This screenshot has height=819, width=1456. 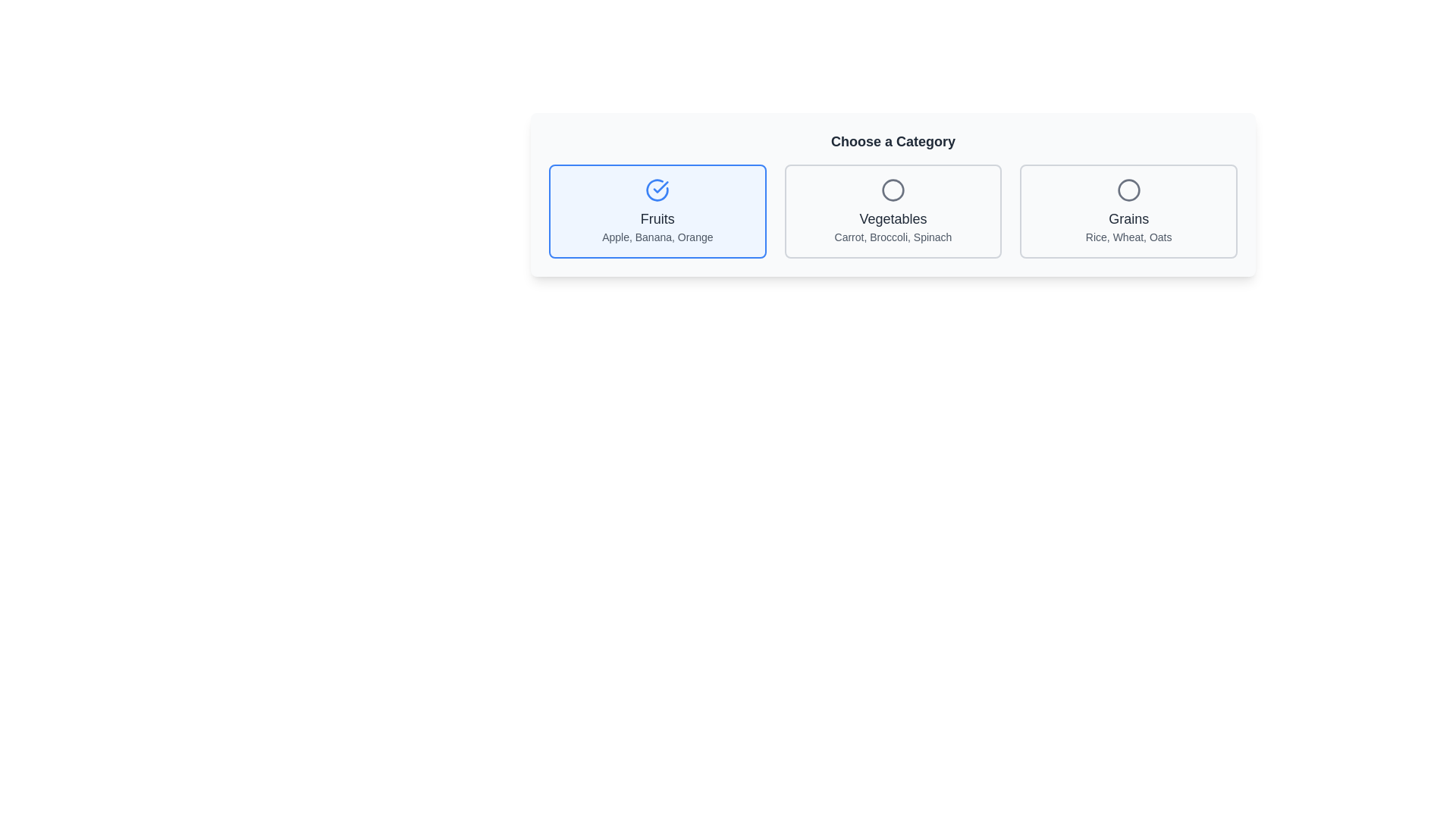 I want to click on the static text field displaying the list of items in the 'Fruits' category, located within the first card of a horizontal selection menu, so click(x=657, y=237).